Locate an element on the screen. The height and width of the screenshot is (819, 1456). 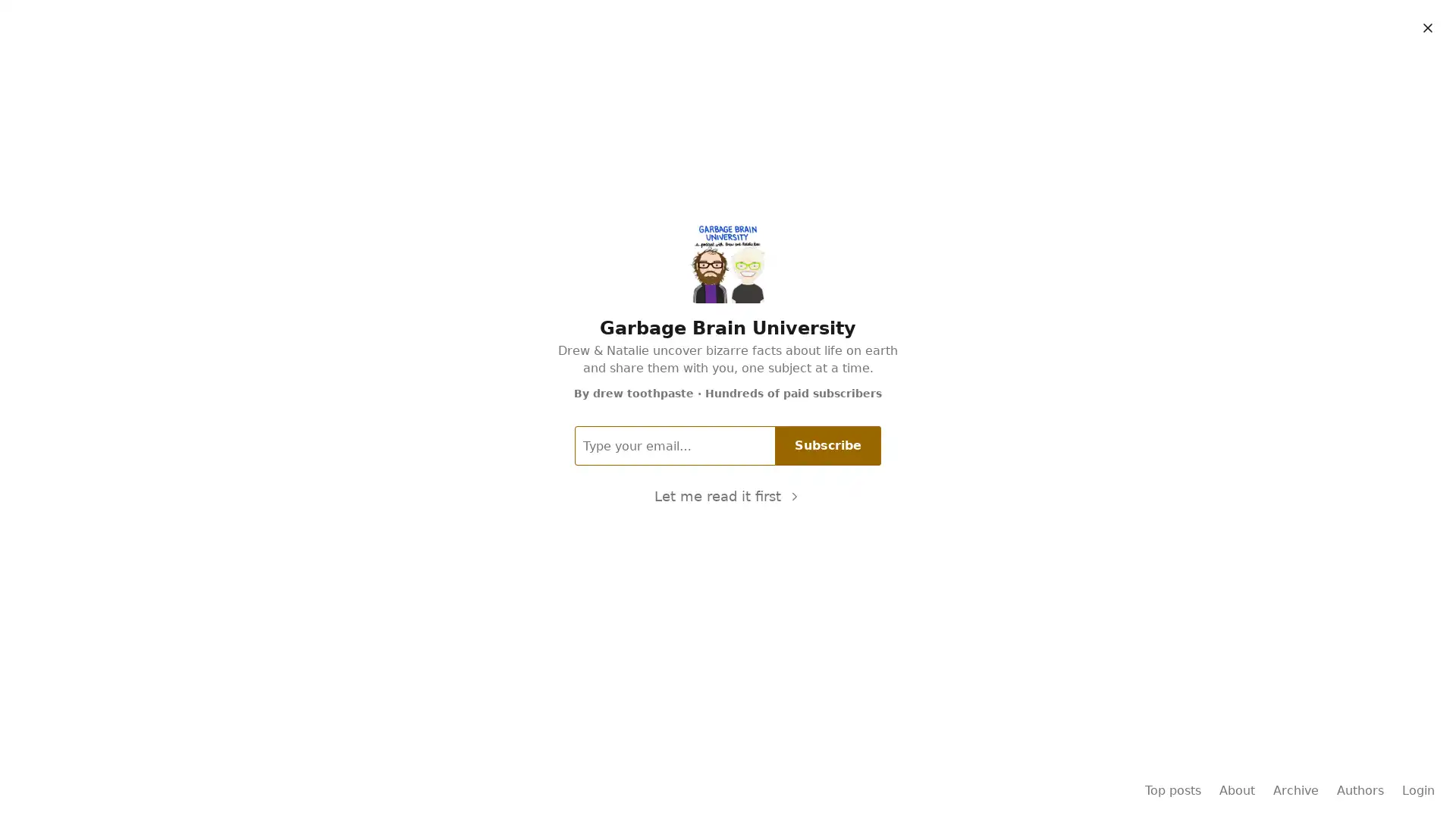
Archive is located at coordinates (730, 66).